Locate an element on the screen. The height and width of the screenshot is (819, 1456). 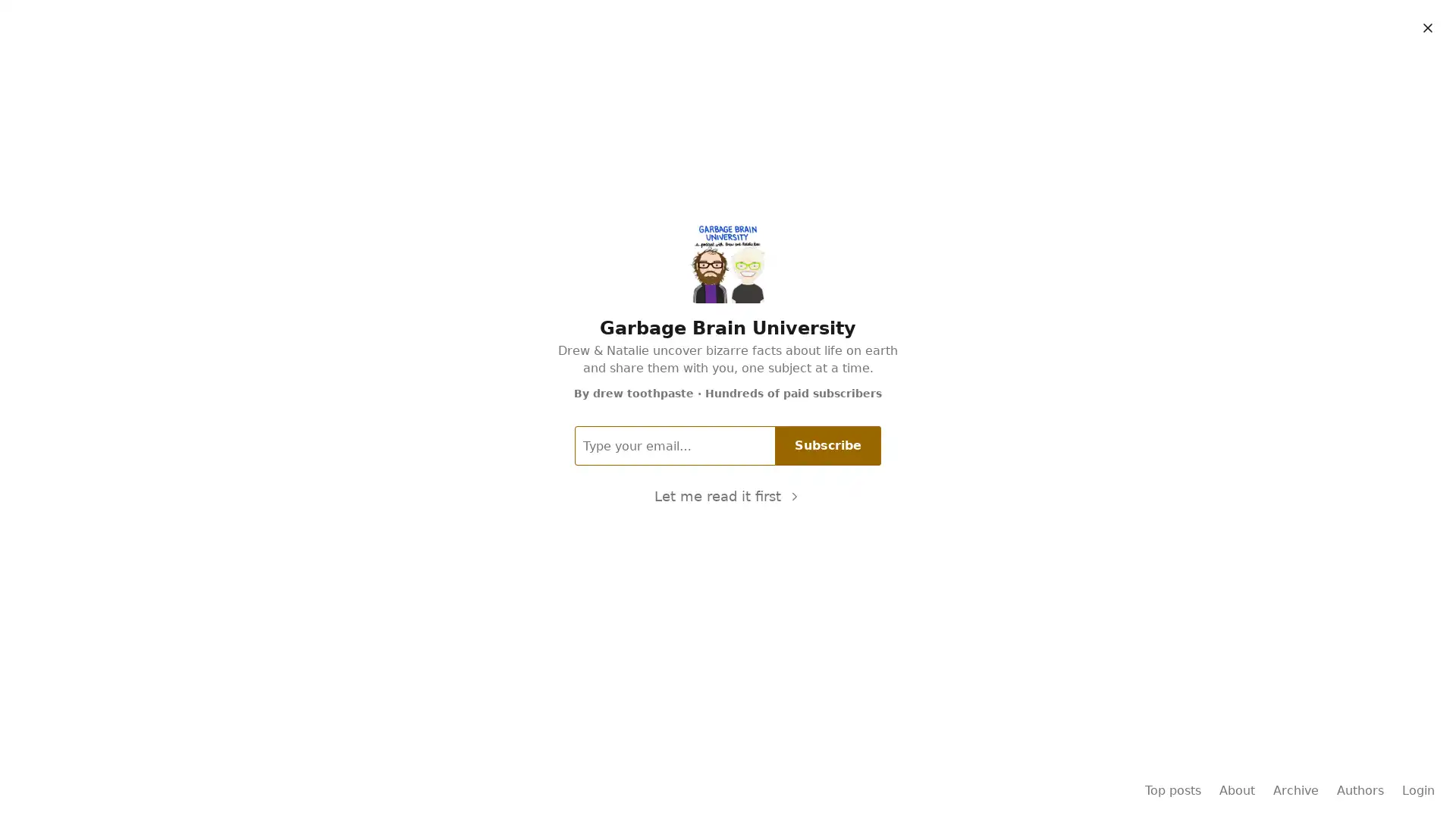
Archive is located at coordinates (730, 66).